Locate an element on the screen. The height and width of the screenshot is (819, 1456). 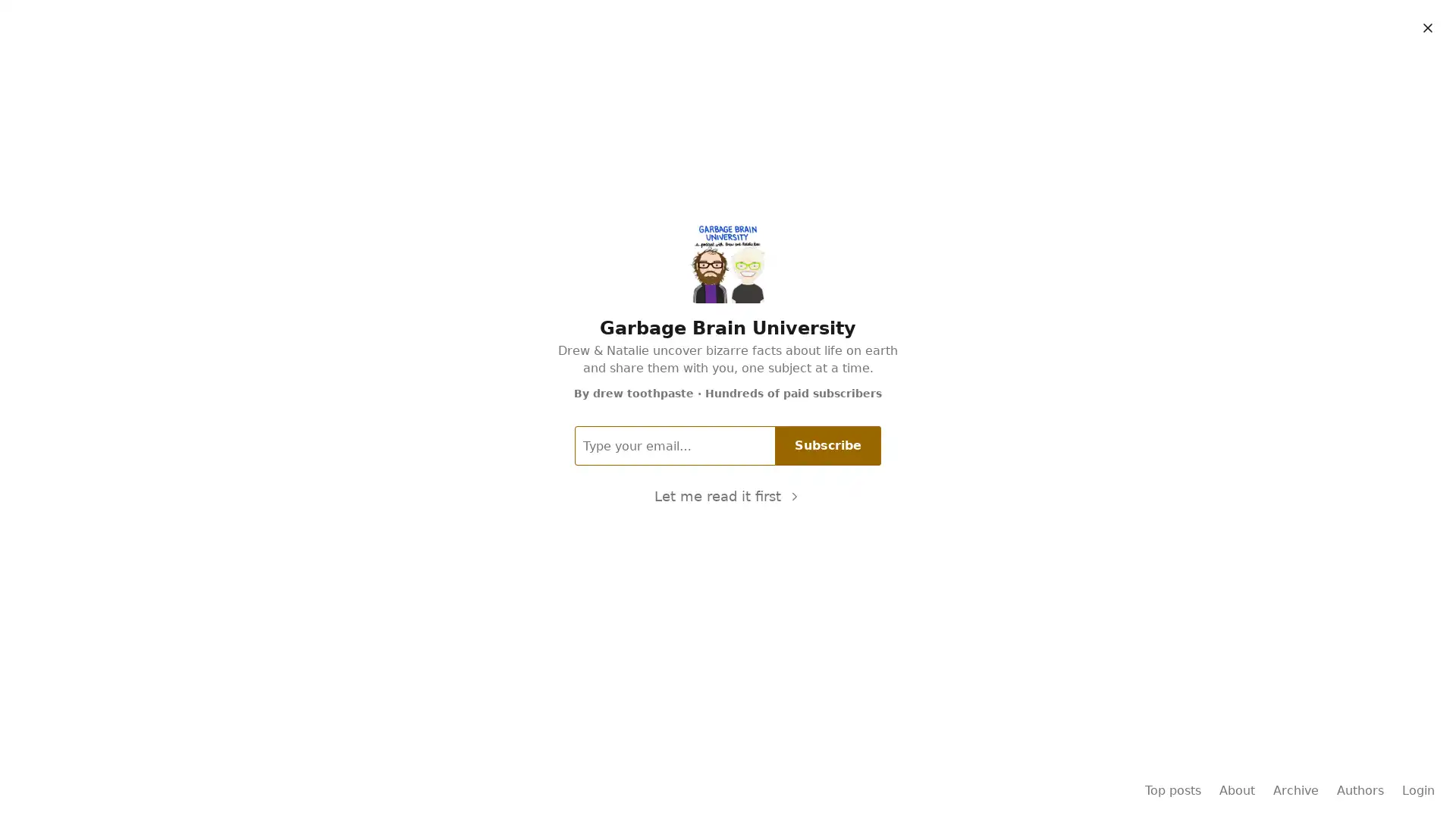
Archive is located at coordinates (730, 66).